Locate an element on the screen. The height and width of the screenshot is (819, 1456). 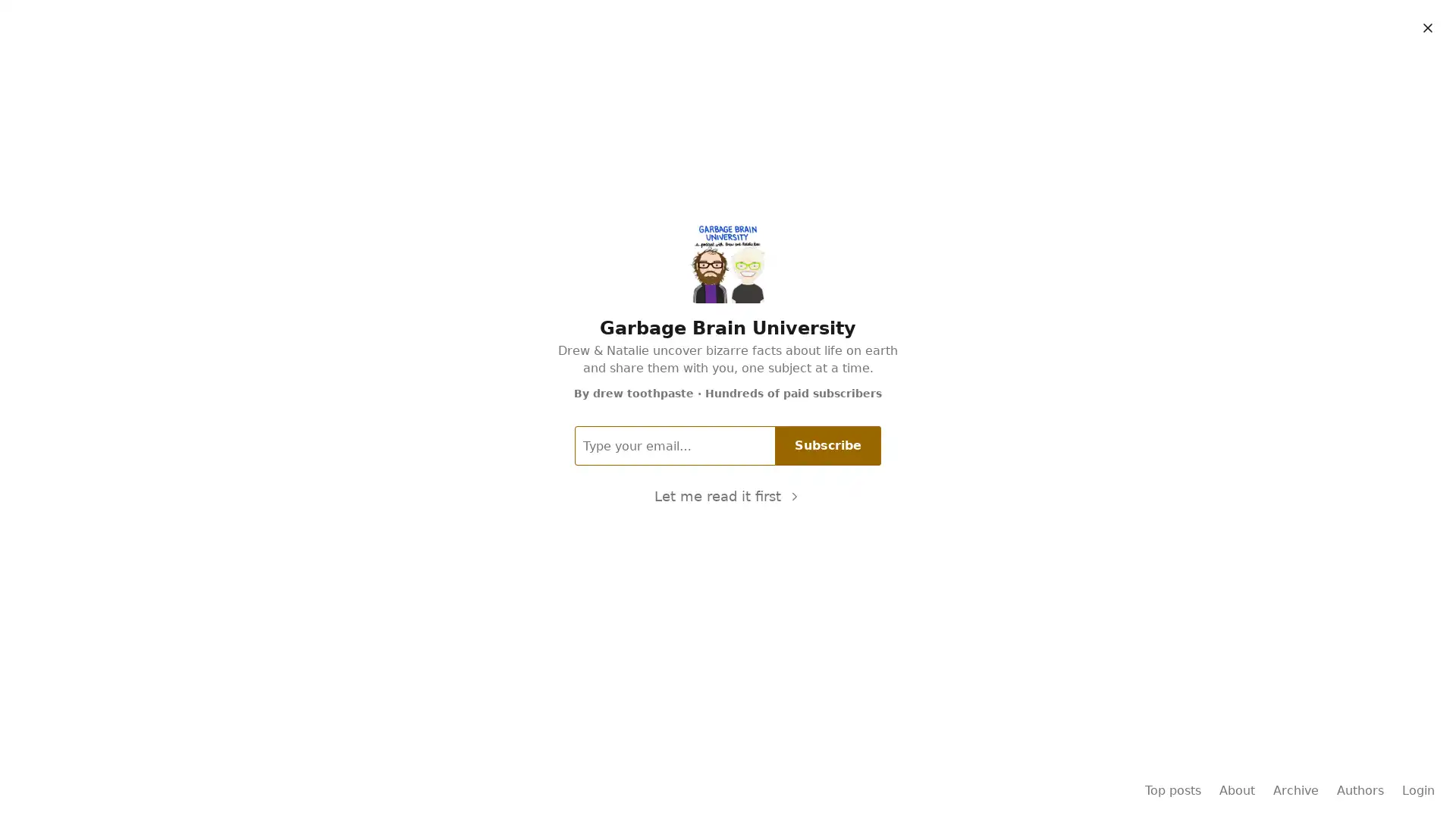
Archive is located at coordinates (730, 66).